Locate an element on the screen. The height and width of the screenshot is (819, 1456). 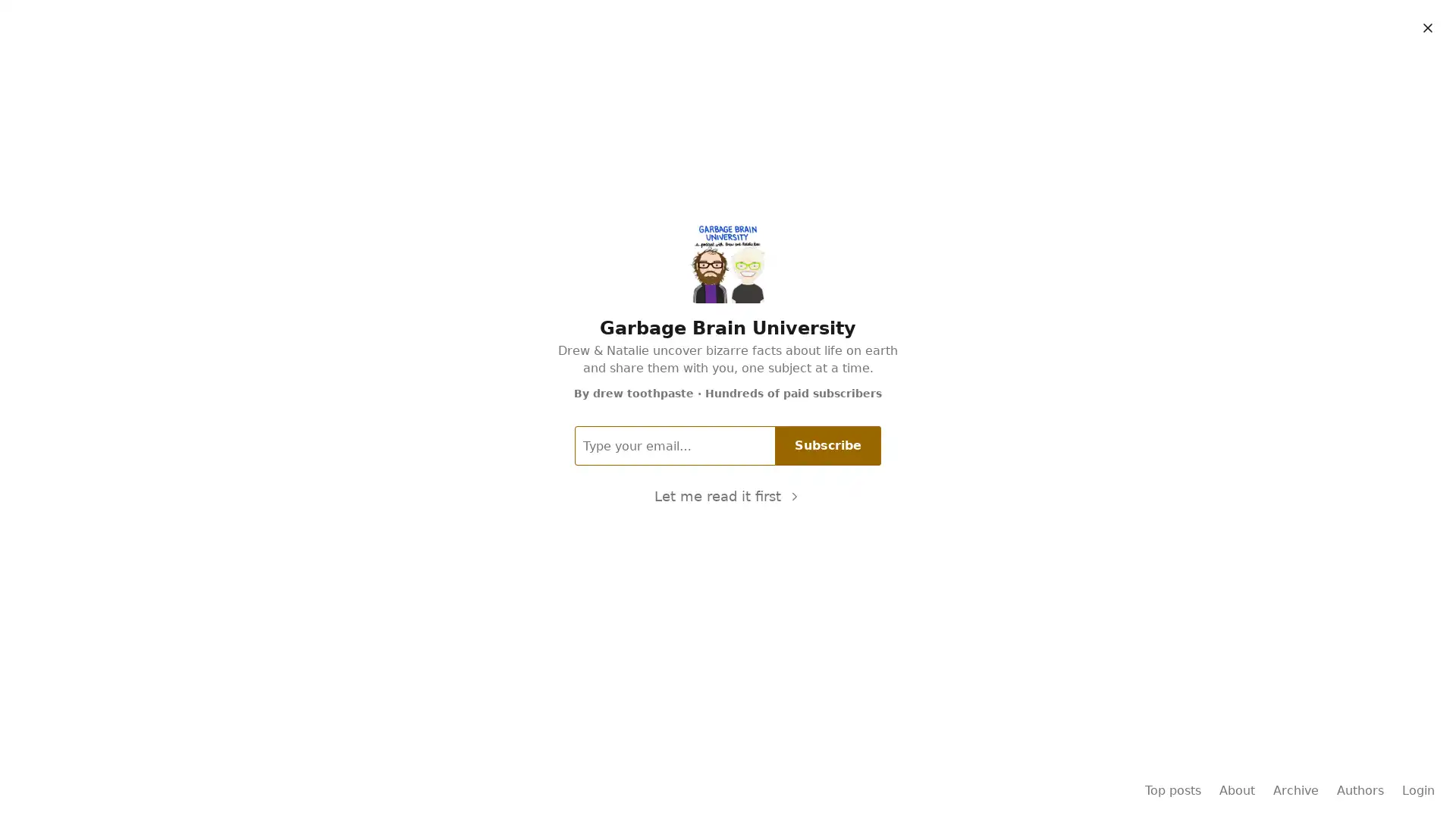
Archive is located at coordinates (730, 66).